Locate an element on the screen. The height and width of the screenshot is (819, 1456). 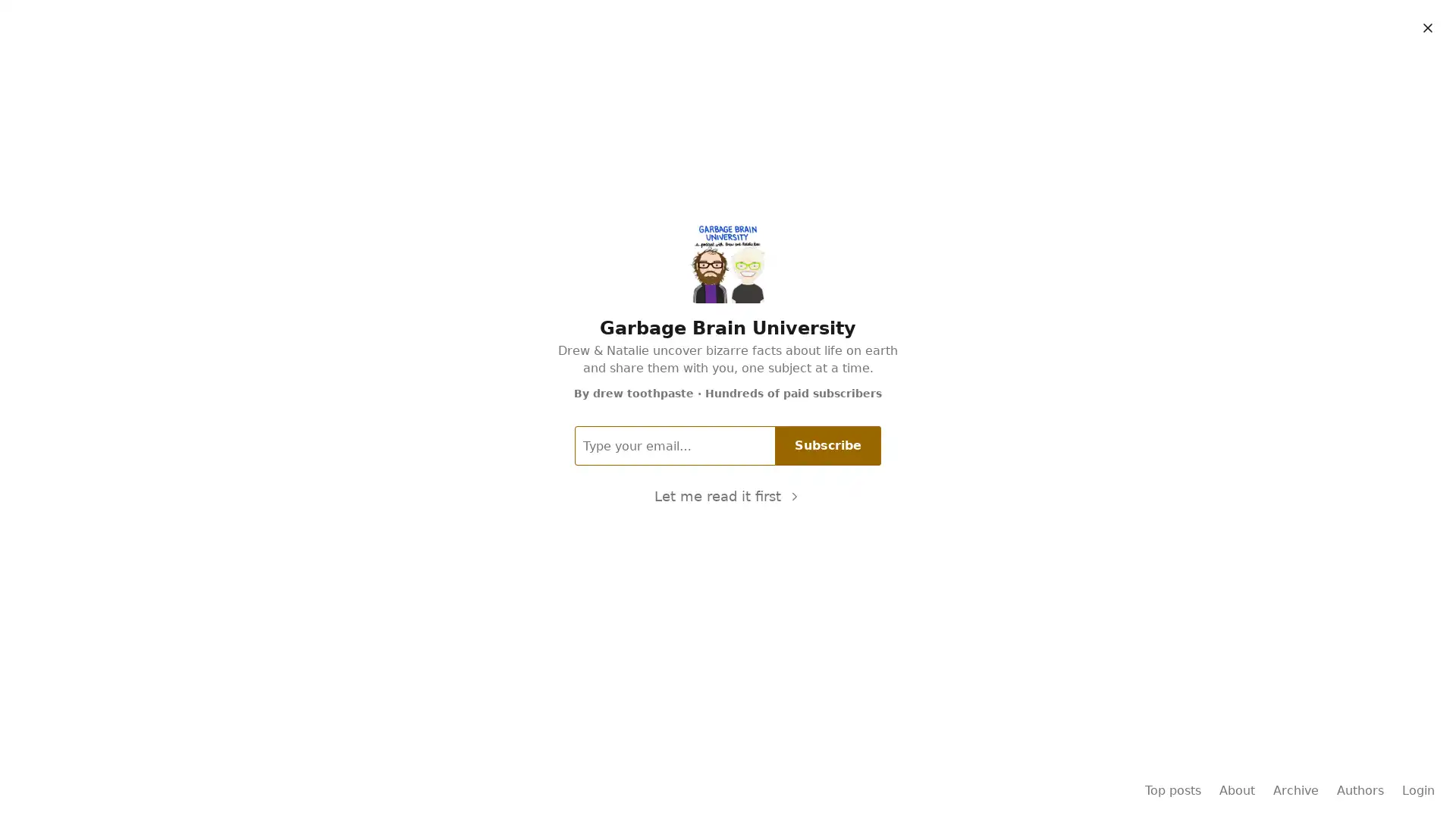
Archive is located at coordinates (730, 66).